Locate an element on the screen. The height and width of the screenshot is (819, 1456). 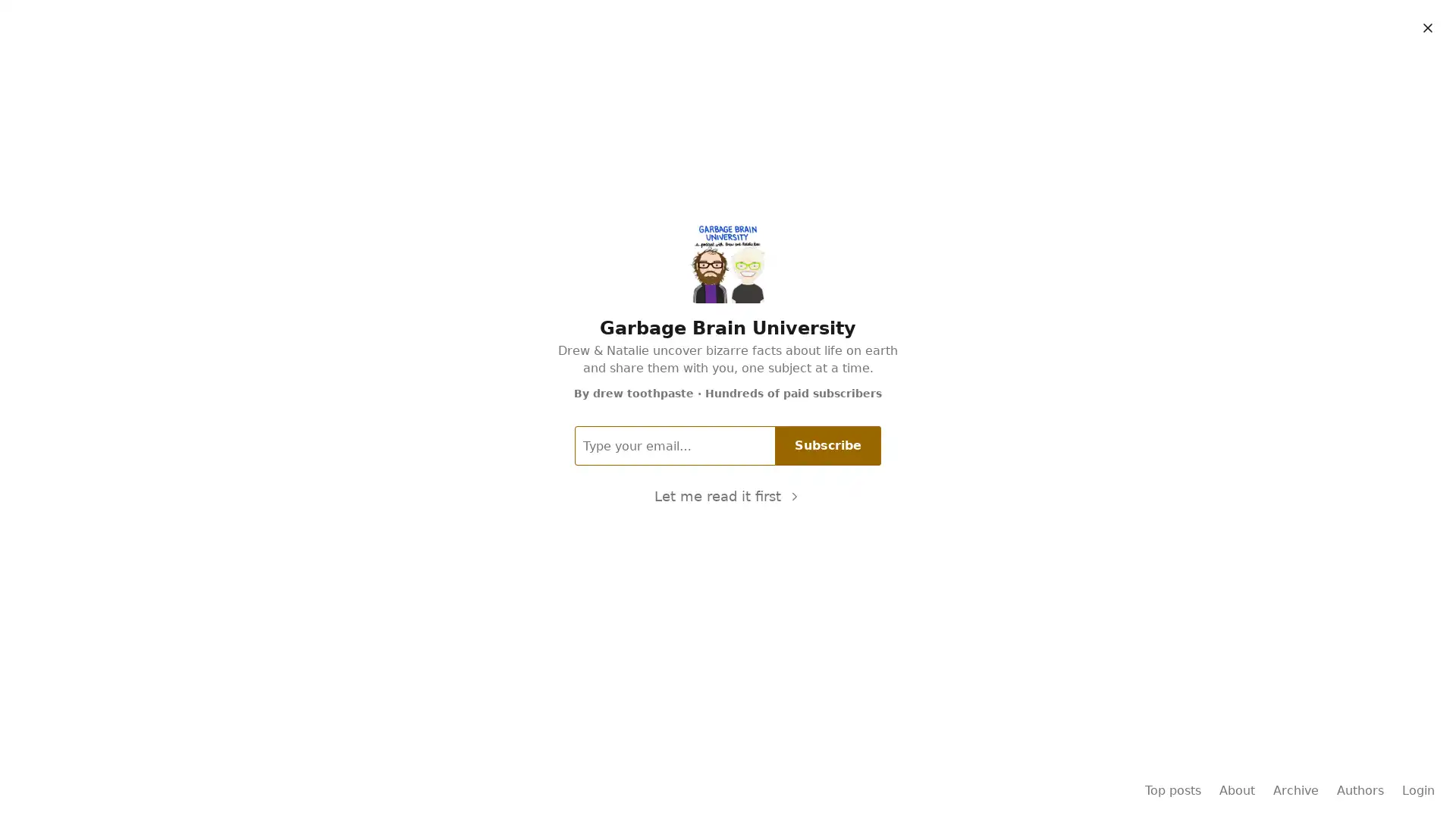
Archive is located at coordinates (730, 66).